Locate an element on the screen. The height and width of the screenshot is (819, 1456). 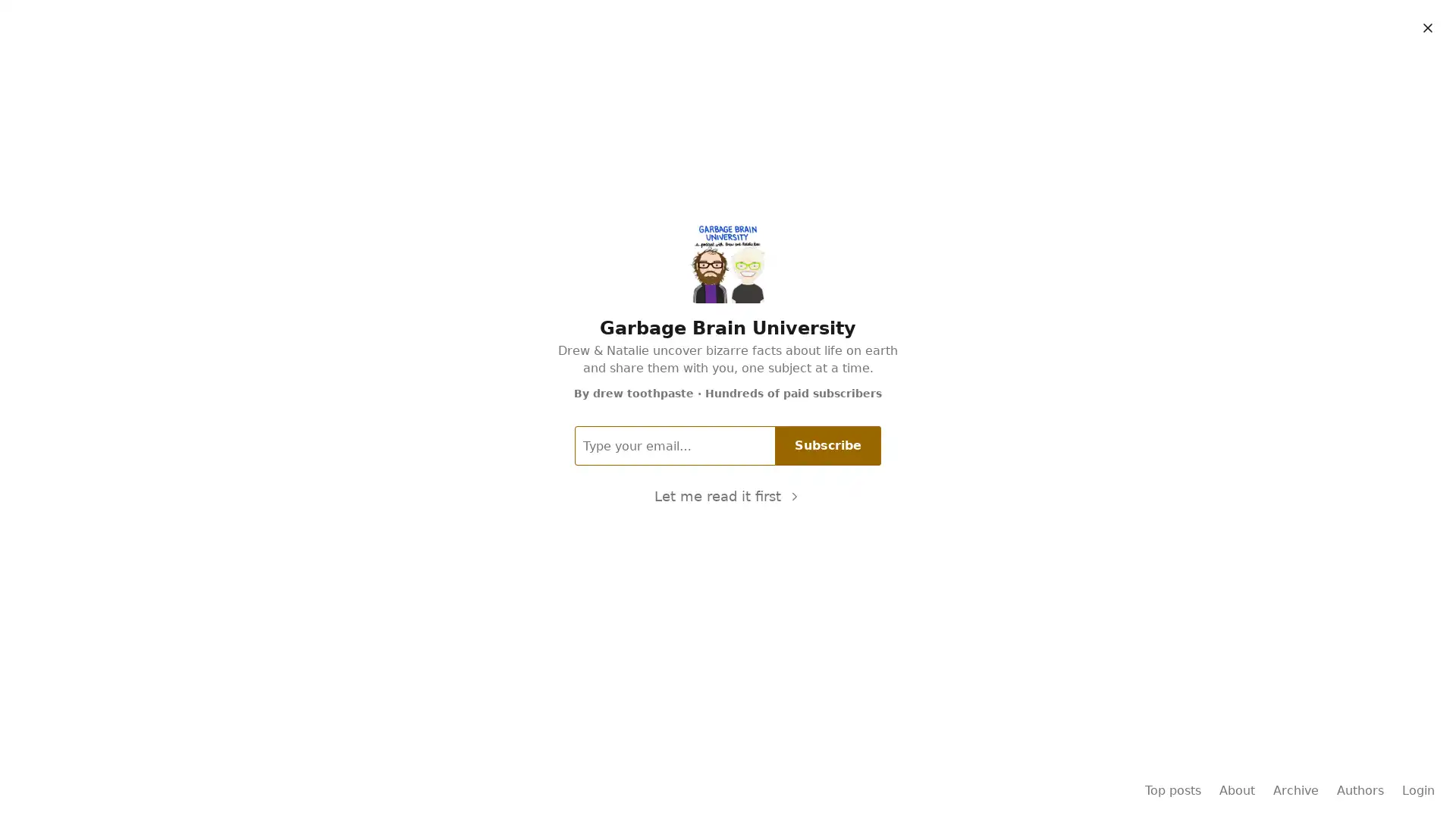
Archive is located at coordinates (730, 66).